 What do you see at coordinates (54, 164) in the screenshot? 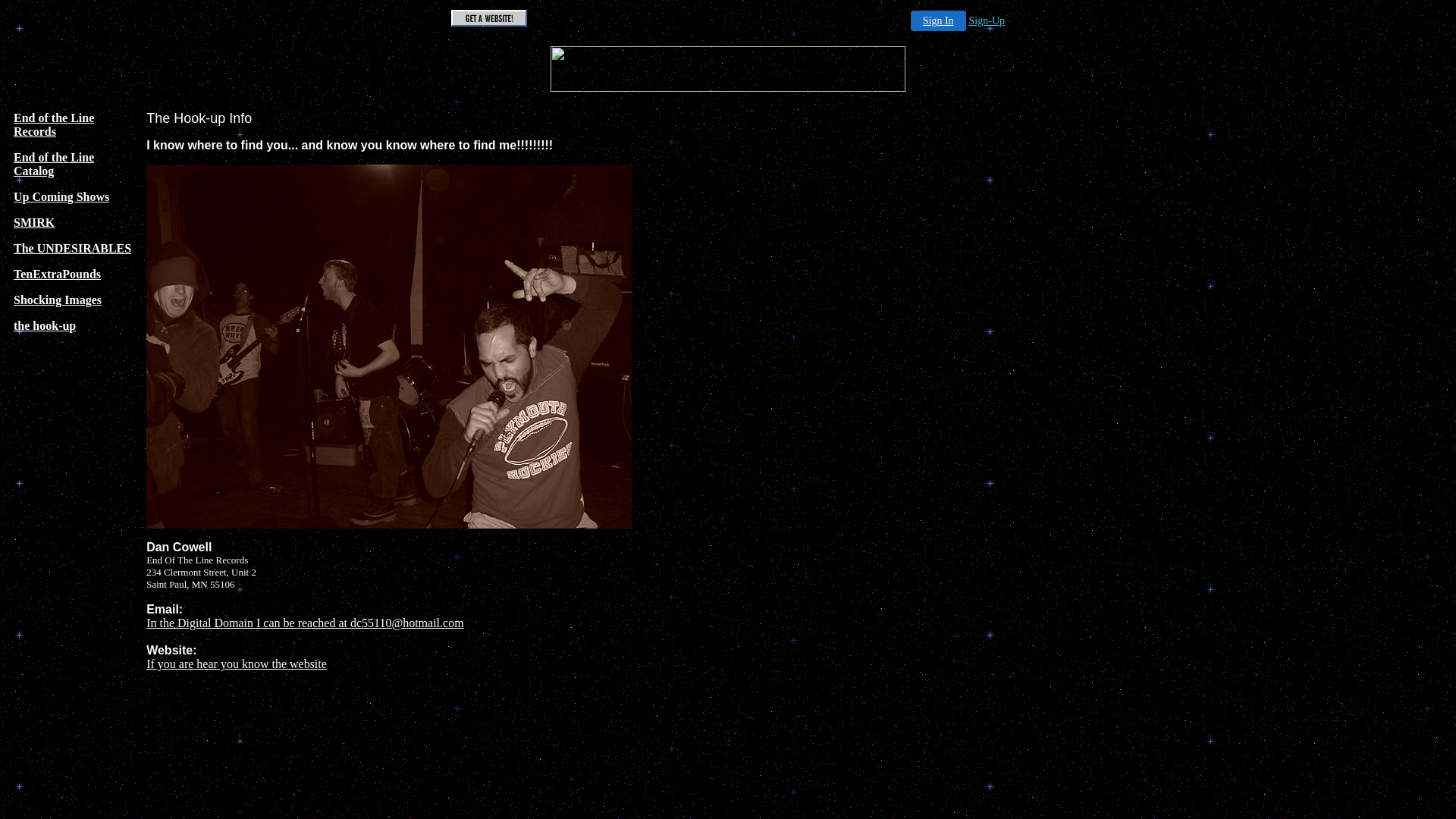
I see `'End of the Line Catalog'` at bounding box center [54, 164].